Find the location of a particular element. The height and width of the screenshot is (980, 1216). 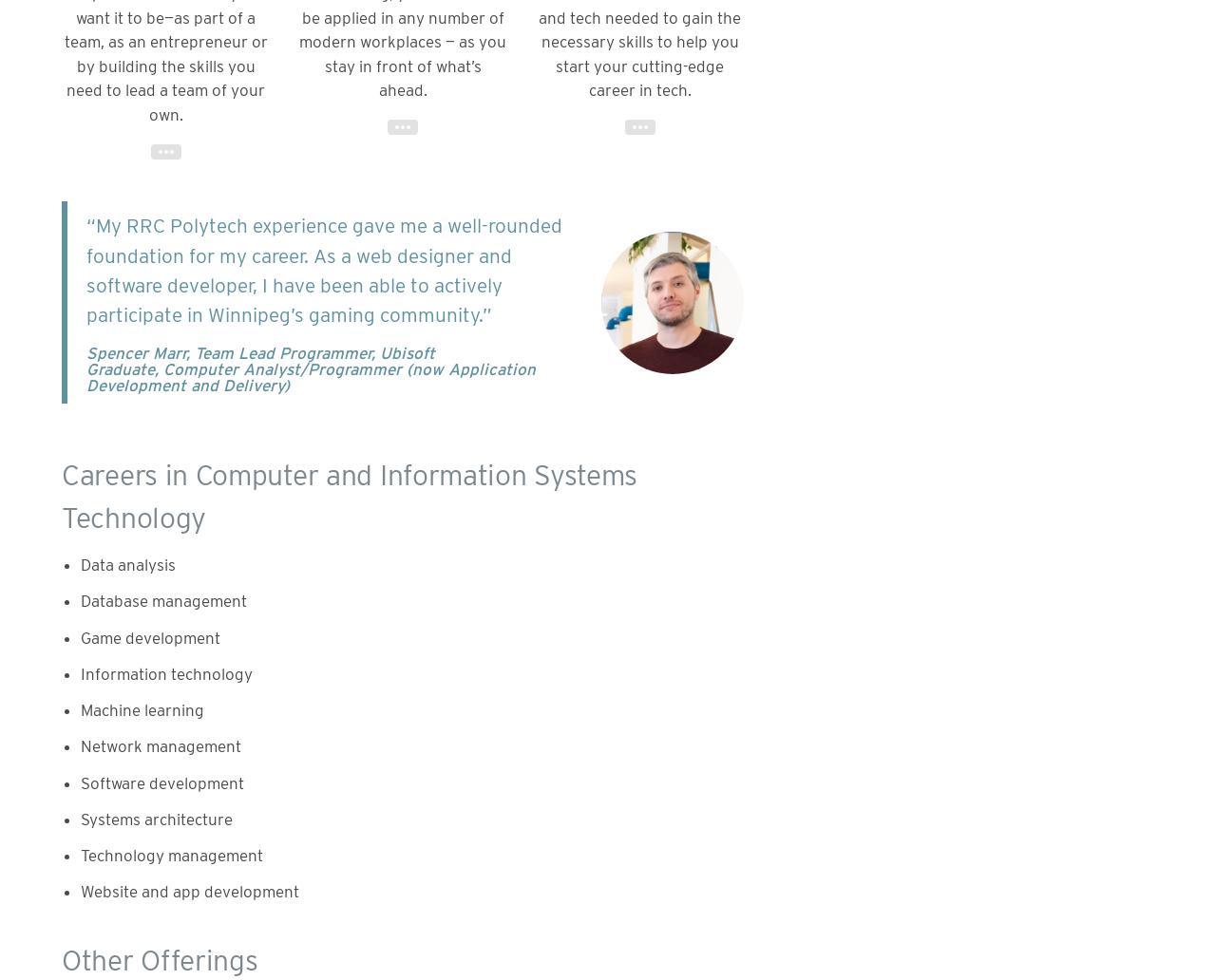

'Network management' is located at coordinates (161, 745).